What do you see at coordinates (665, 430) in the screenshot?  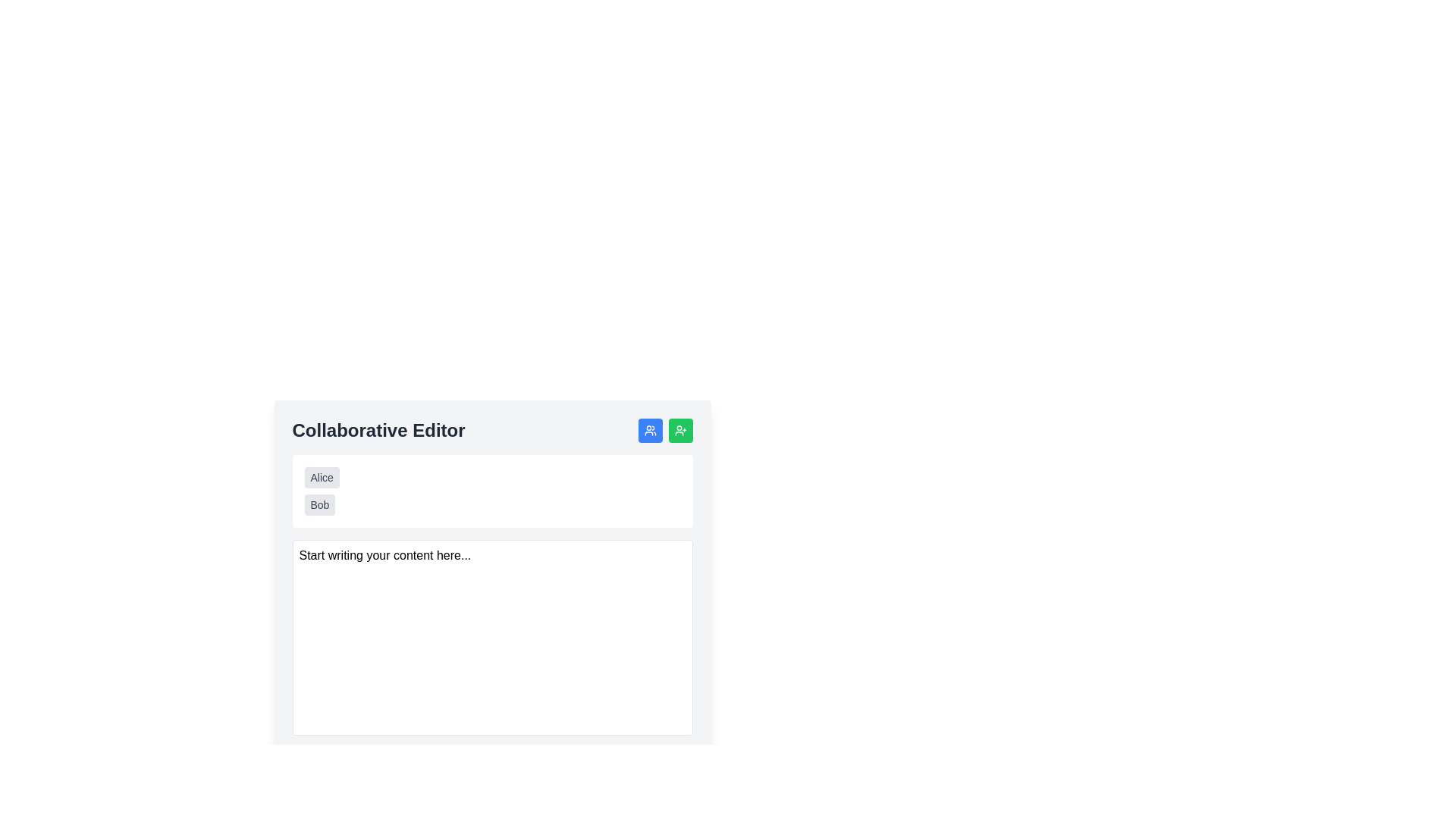 I see `the interactive button for adding a new user in the top-right corner of the header section labeled 'Collaborative Editor'` at bounding box center [665, 430].